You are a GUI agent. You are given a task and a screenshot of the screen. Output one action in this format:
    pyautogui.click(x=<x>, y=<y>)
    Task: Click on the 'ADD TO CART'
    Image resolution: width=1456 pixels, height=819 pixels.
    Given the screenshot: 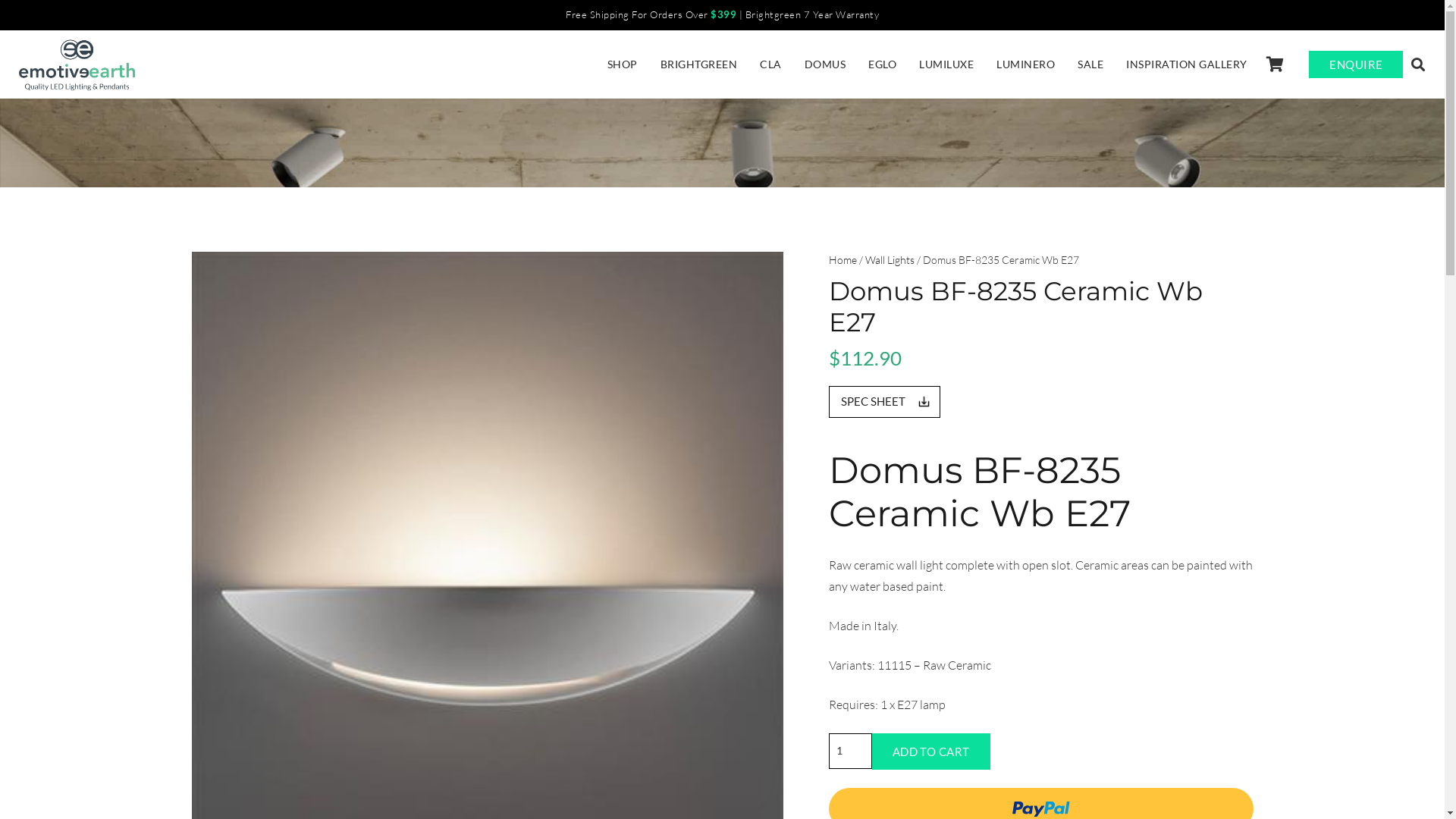 What is the action you would take?
    pyautogui.click(x=930, y=752)
    